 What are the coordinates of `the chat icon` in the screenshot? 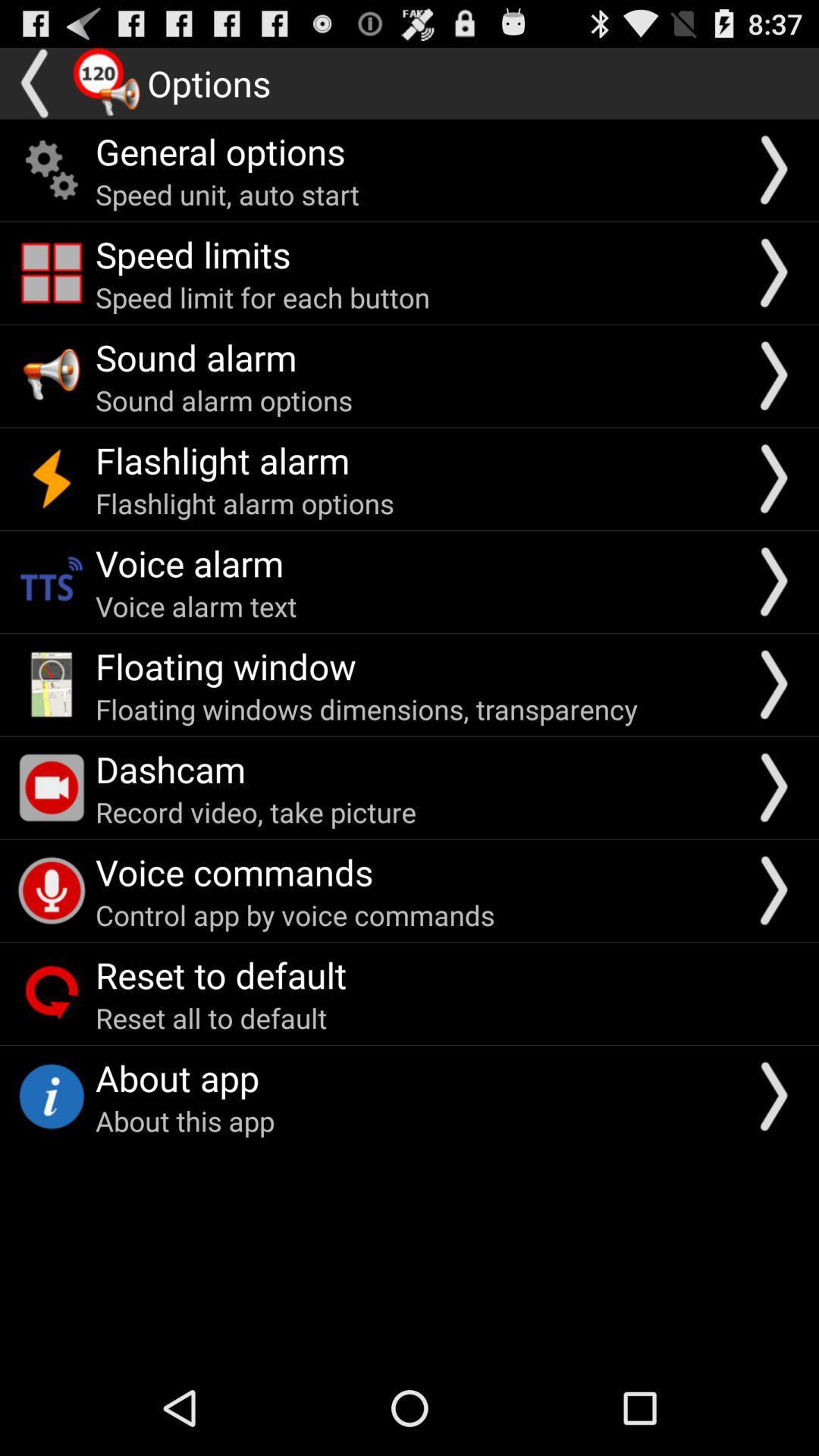 It's located at (106, 89).